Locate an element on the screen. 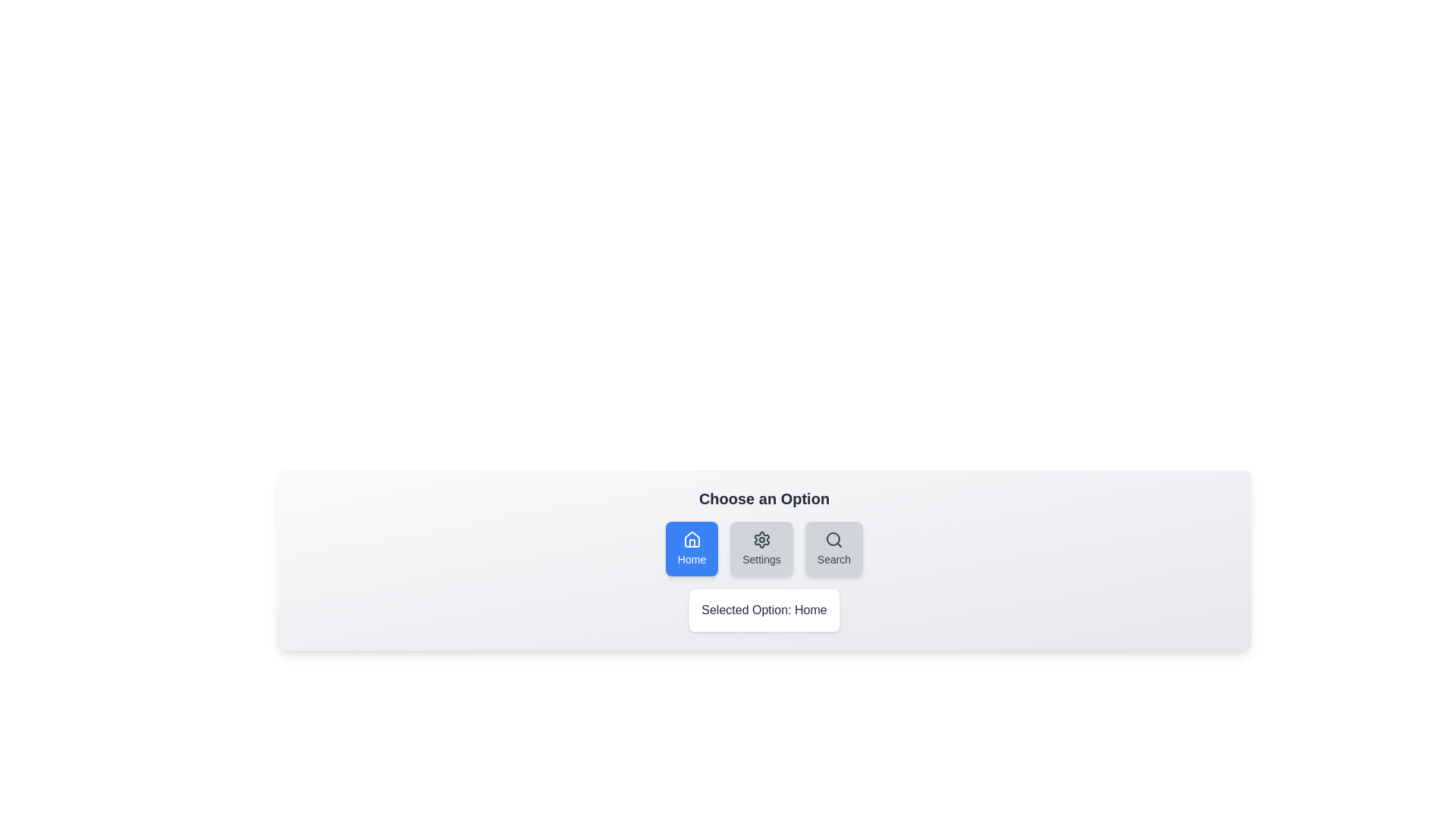  the option Search by clicking on its corresponding button is located at coordinates (833, 549).